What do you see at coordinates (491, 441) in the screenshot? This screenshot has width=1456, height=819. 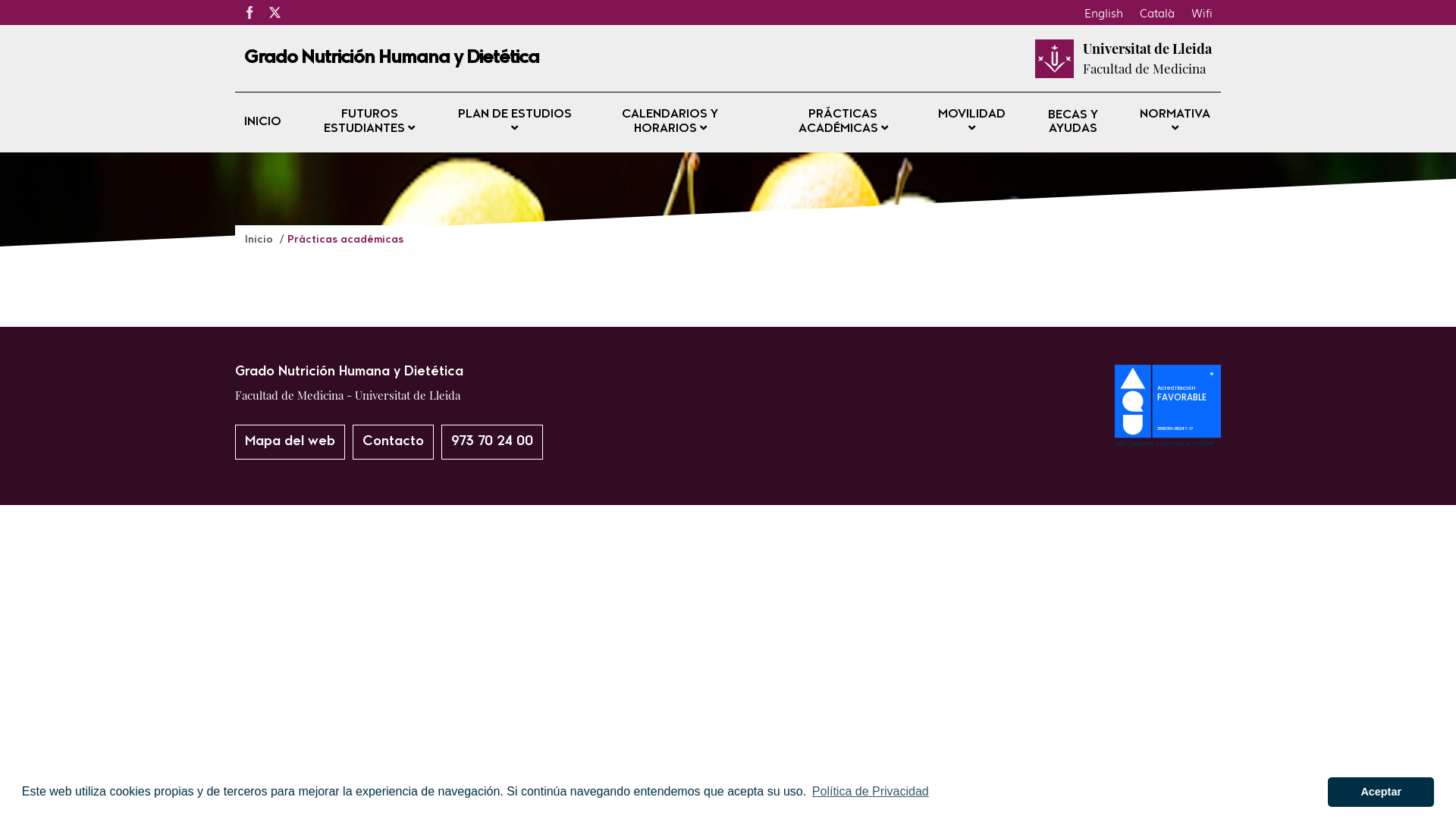 I see `'973 70 24 00'` at bounding box center [491, 441].